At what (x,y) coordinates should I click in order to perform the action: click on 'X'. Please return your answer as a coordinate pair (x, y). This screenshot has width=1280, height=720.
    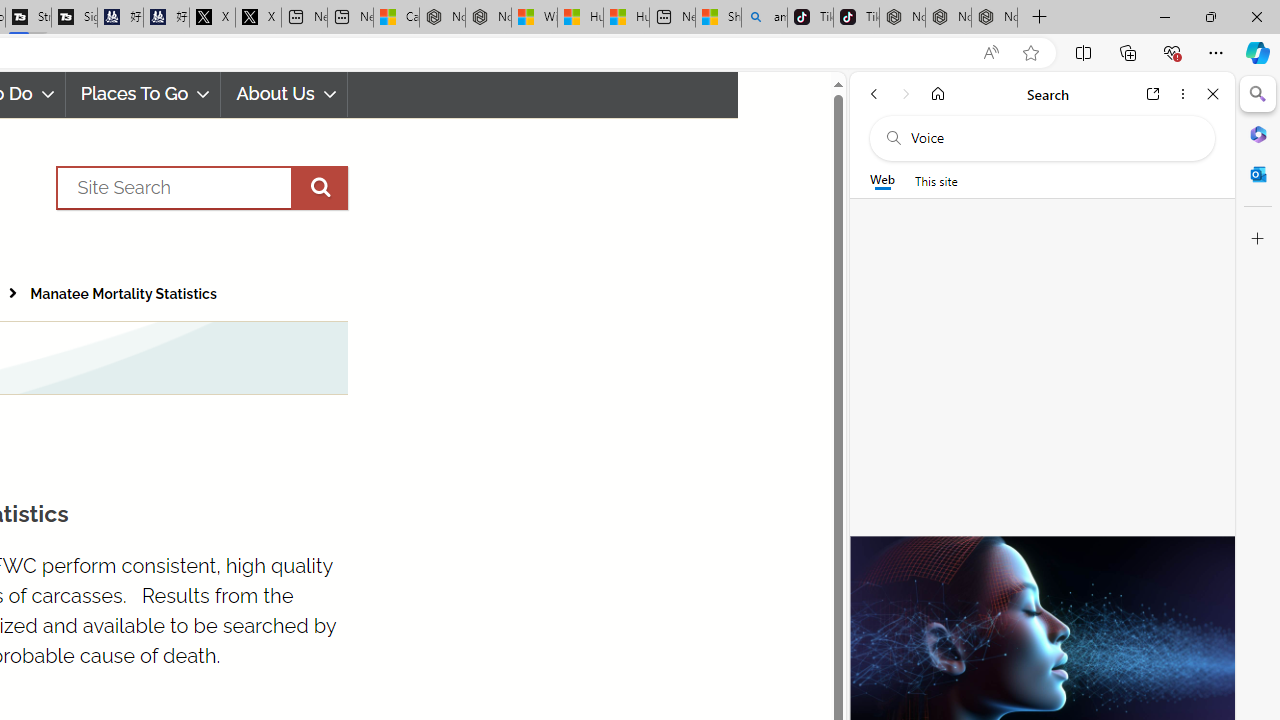
    Looking at the image, I should click on (257, 17).